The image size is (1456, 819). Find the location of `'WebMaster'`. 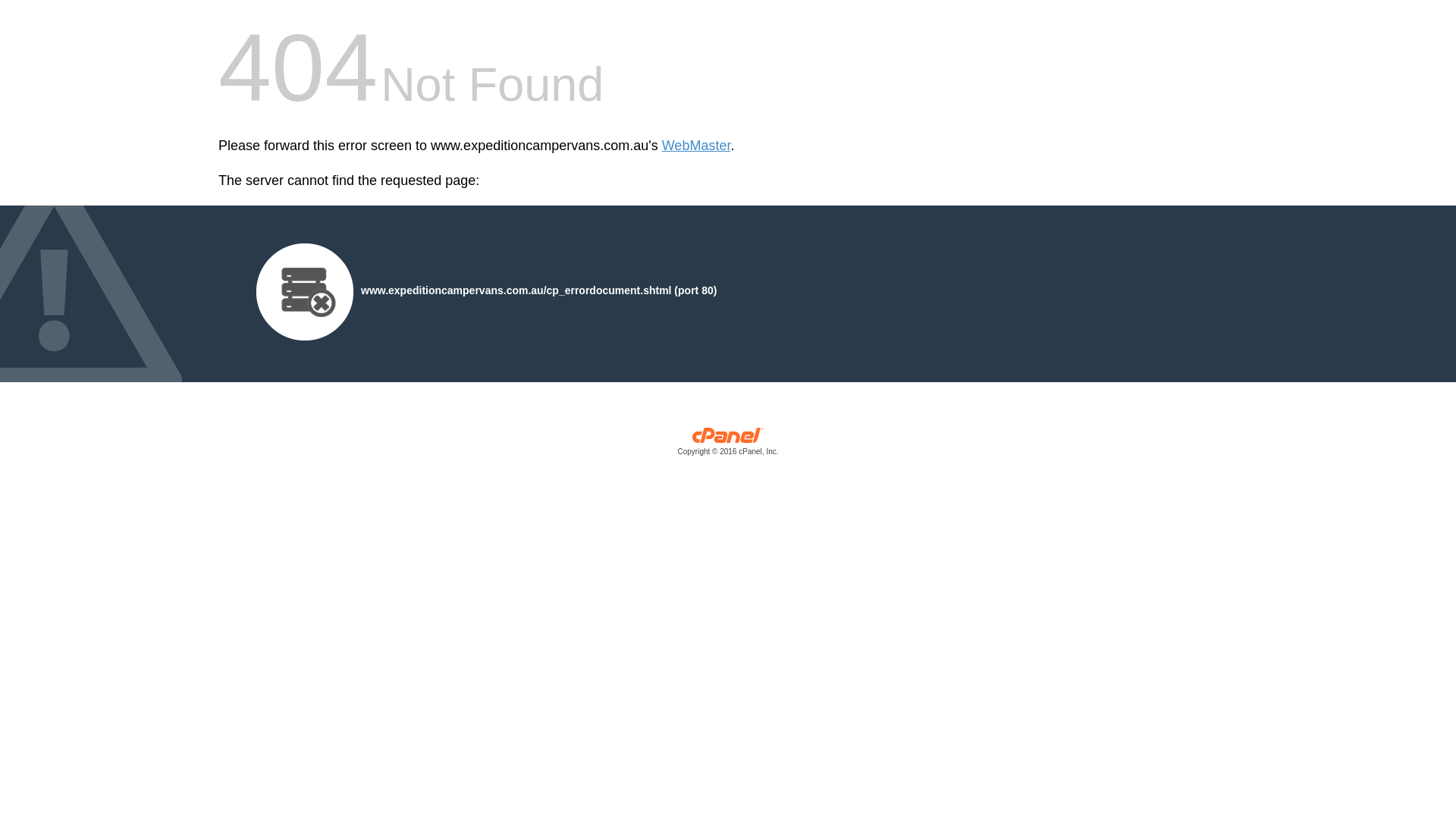

'WebMaster' is located at coordinates (695, 146).